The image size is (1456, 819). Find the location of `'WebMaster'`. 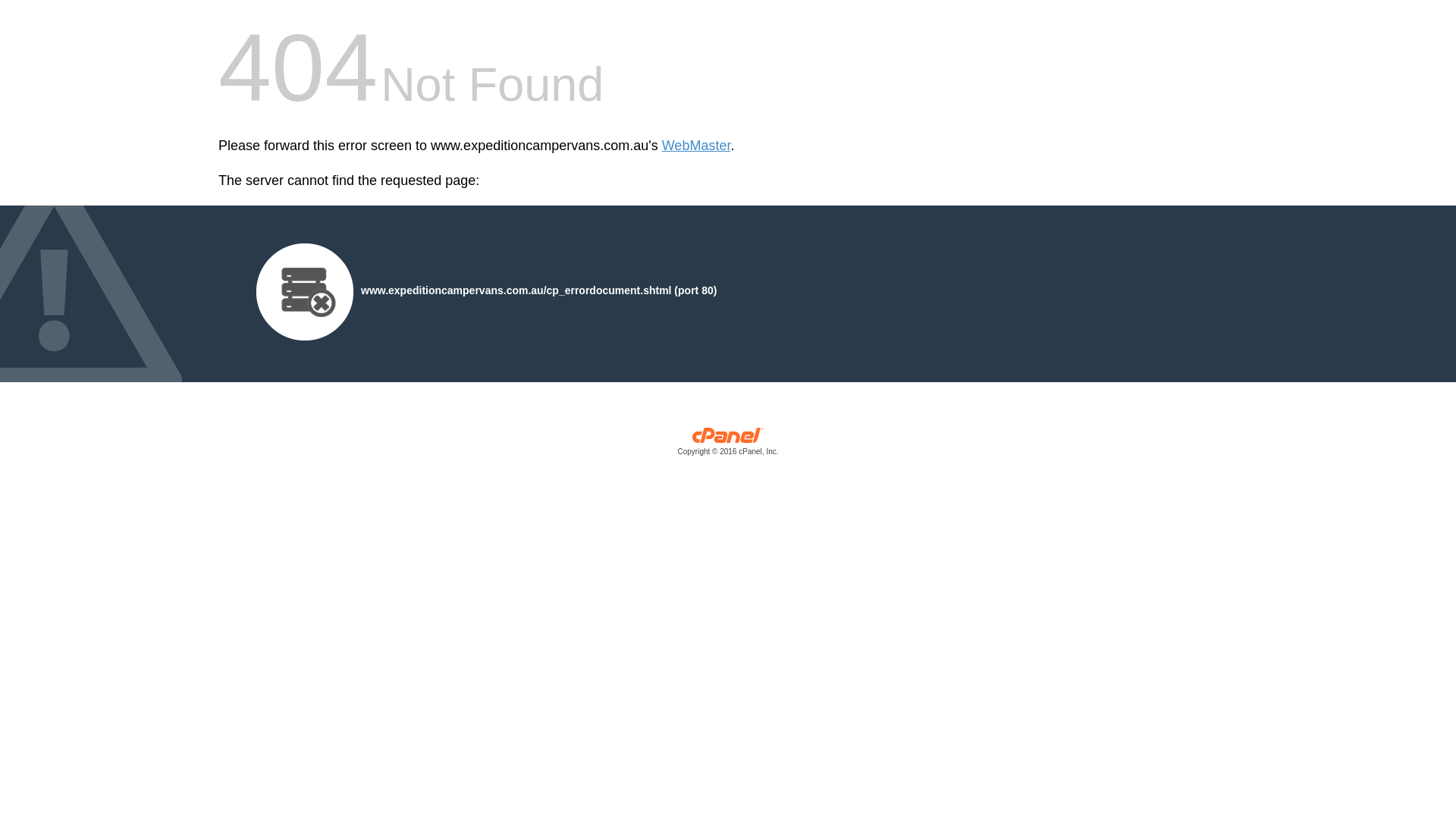

'WebMaster' is located at coordinates (695, 146).